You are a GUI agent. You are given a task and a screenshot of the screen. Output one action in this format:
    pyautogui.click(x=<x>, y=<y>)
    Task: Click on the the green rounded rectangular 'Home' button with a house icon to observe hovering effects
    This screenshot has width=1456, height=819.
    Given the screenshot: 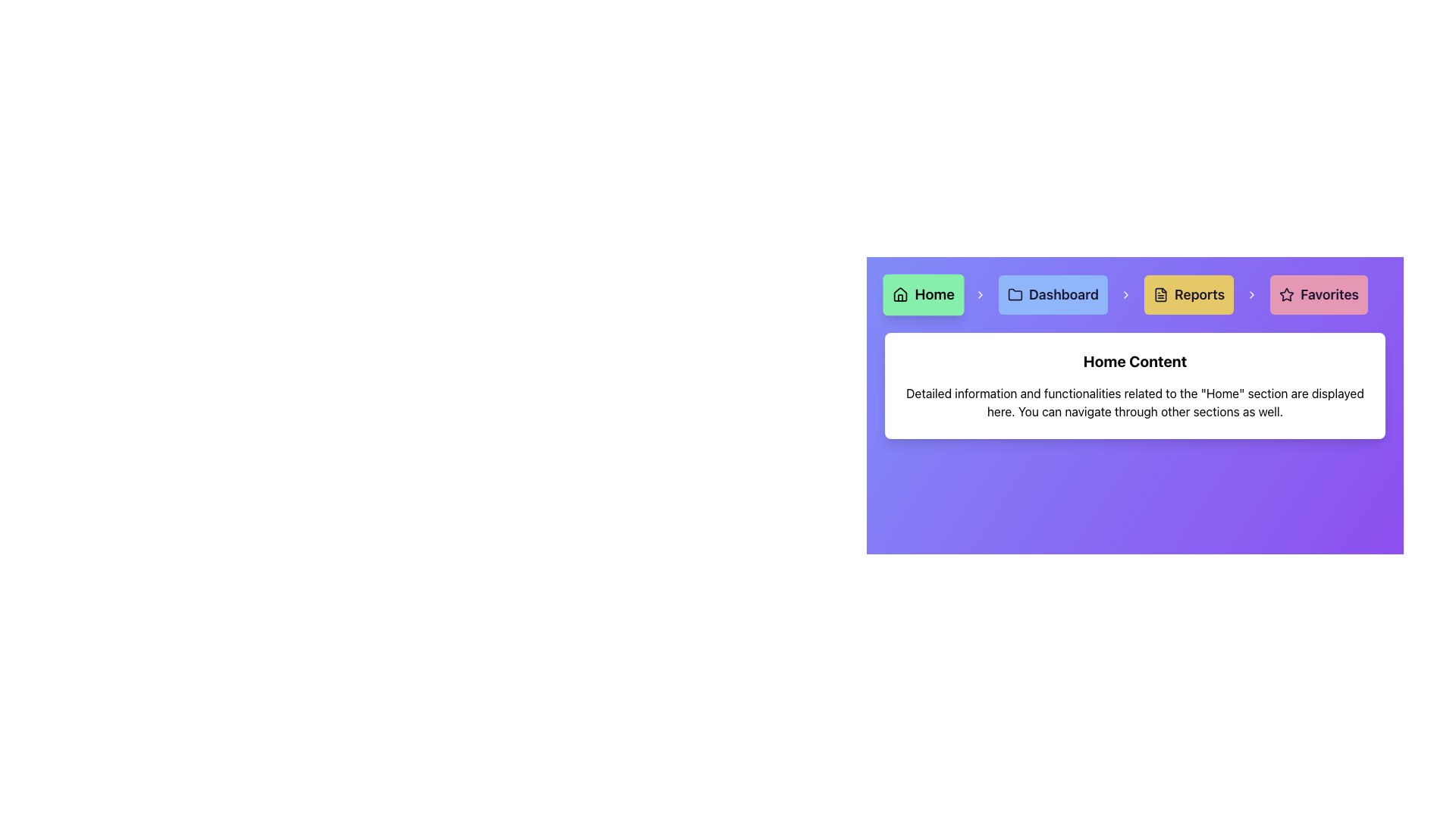 What is the action you would take?
    pyautogui.click(x=923, y=295)
    